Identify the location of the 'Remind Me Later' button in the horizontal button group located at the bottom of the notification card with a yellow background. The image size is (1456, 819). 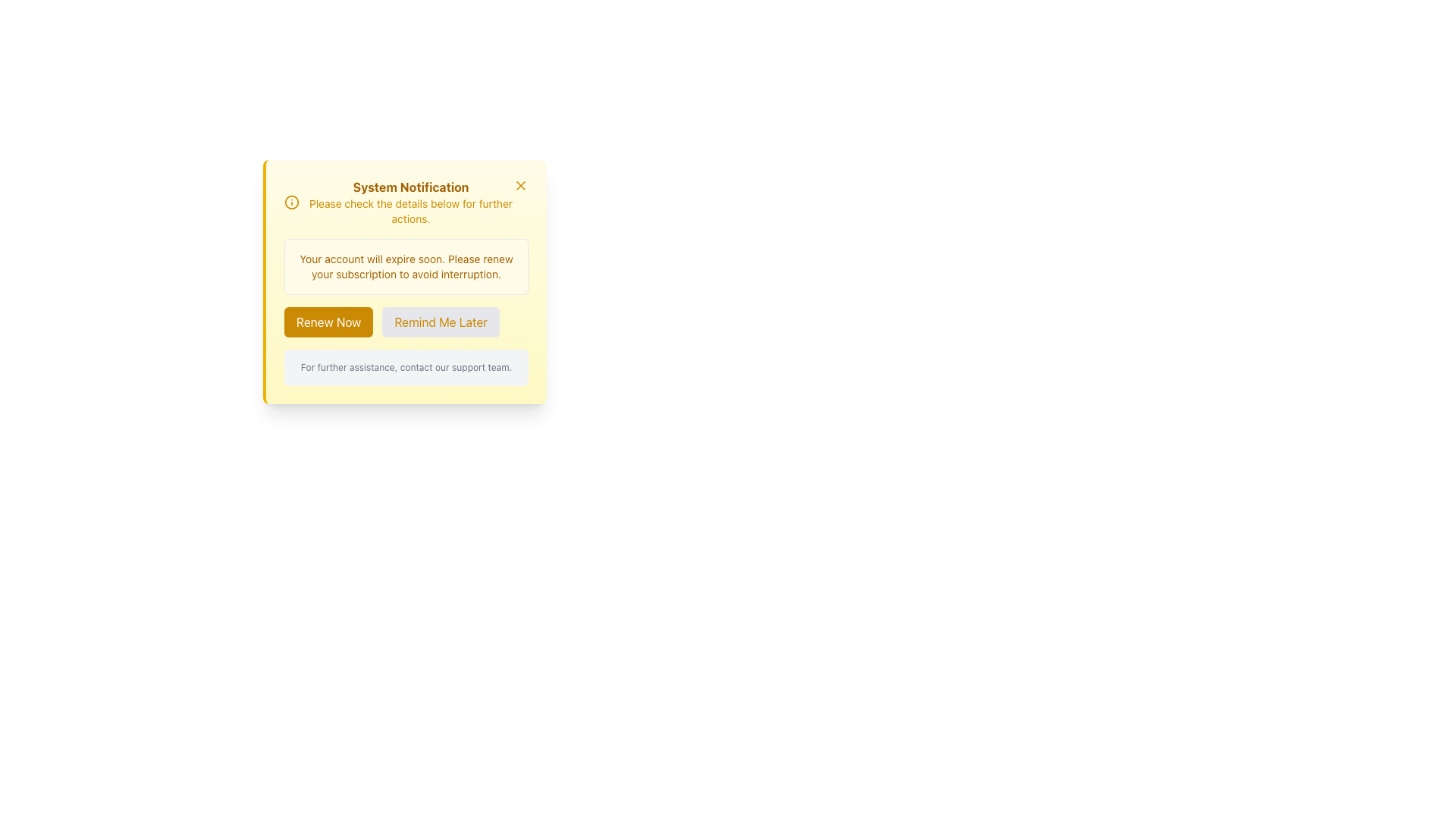
(406, 321).